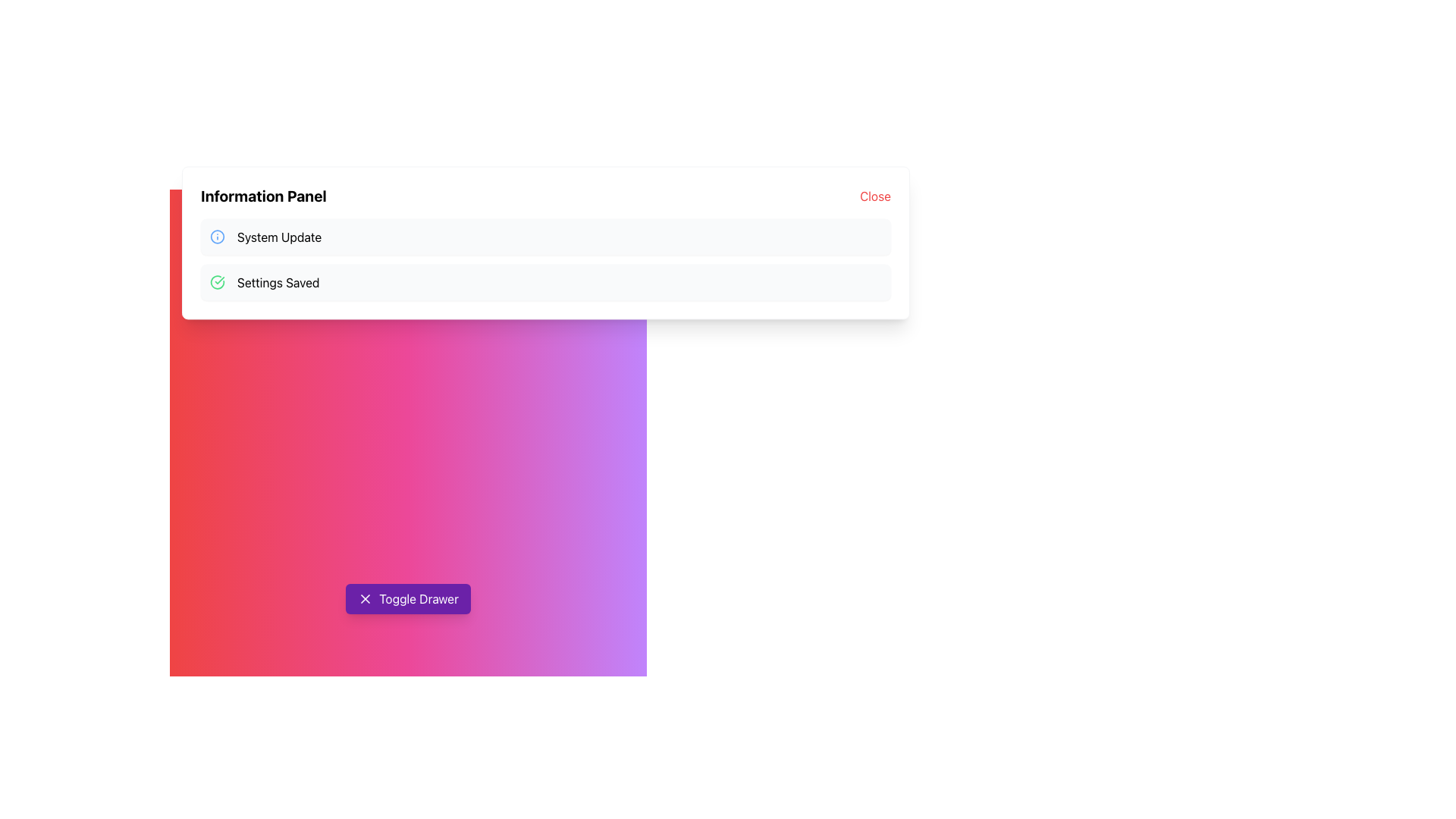 The image size is (1456, 819). I want to click on the green circular icon with a checkmark, which is located to the left of the text 'Settings Saved', so click(217, 282).